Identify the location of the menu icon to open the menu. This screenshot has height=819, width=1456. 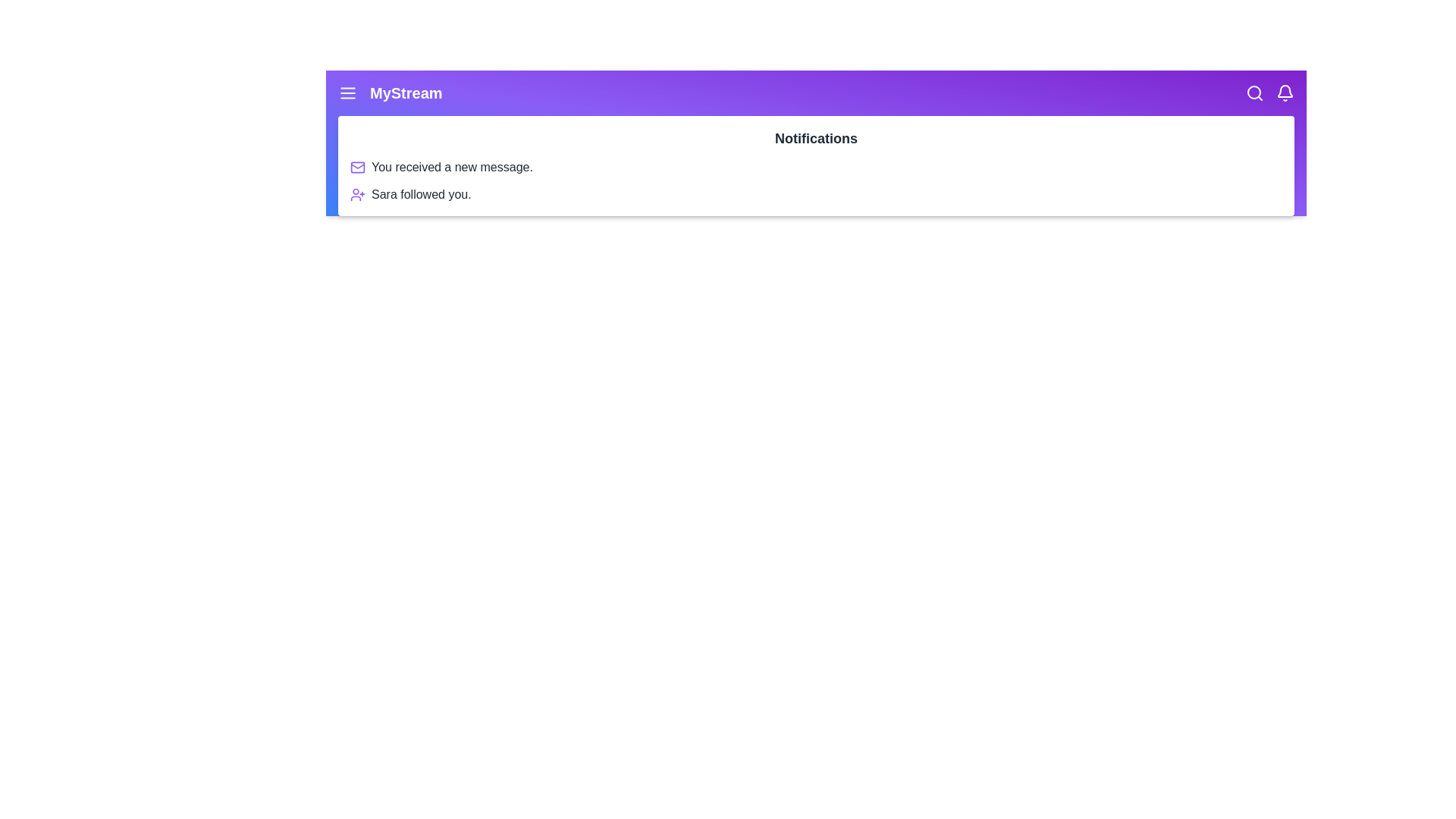
(347, 93).